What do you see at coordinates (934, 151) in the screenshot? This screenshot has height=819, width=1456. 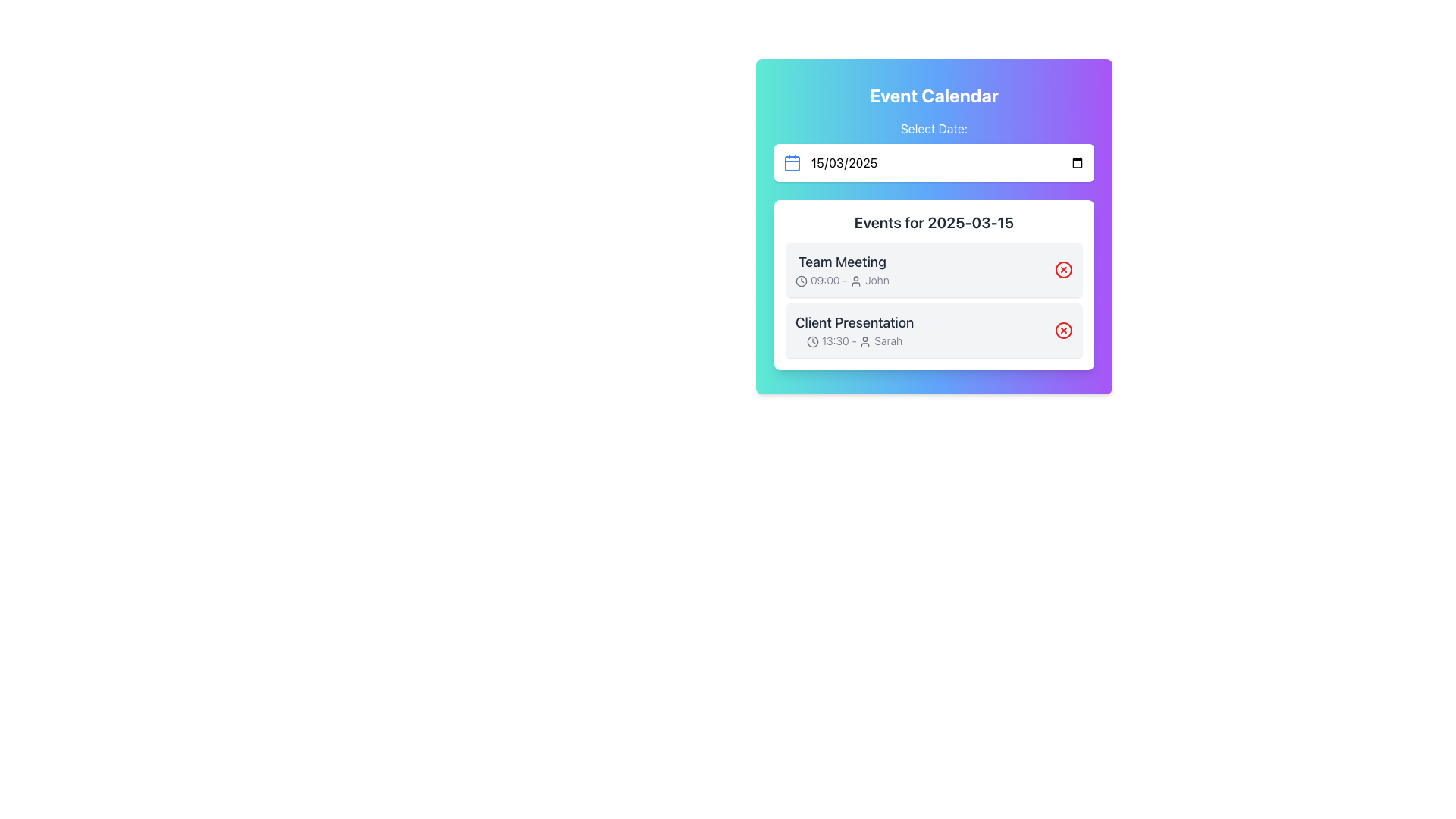 I see `the date selection field labeled 'Select Date:'` at bounding box center [934, 151].